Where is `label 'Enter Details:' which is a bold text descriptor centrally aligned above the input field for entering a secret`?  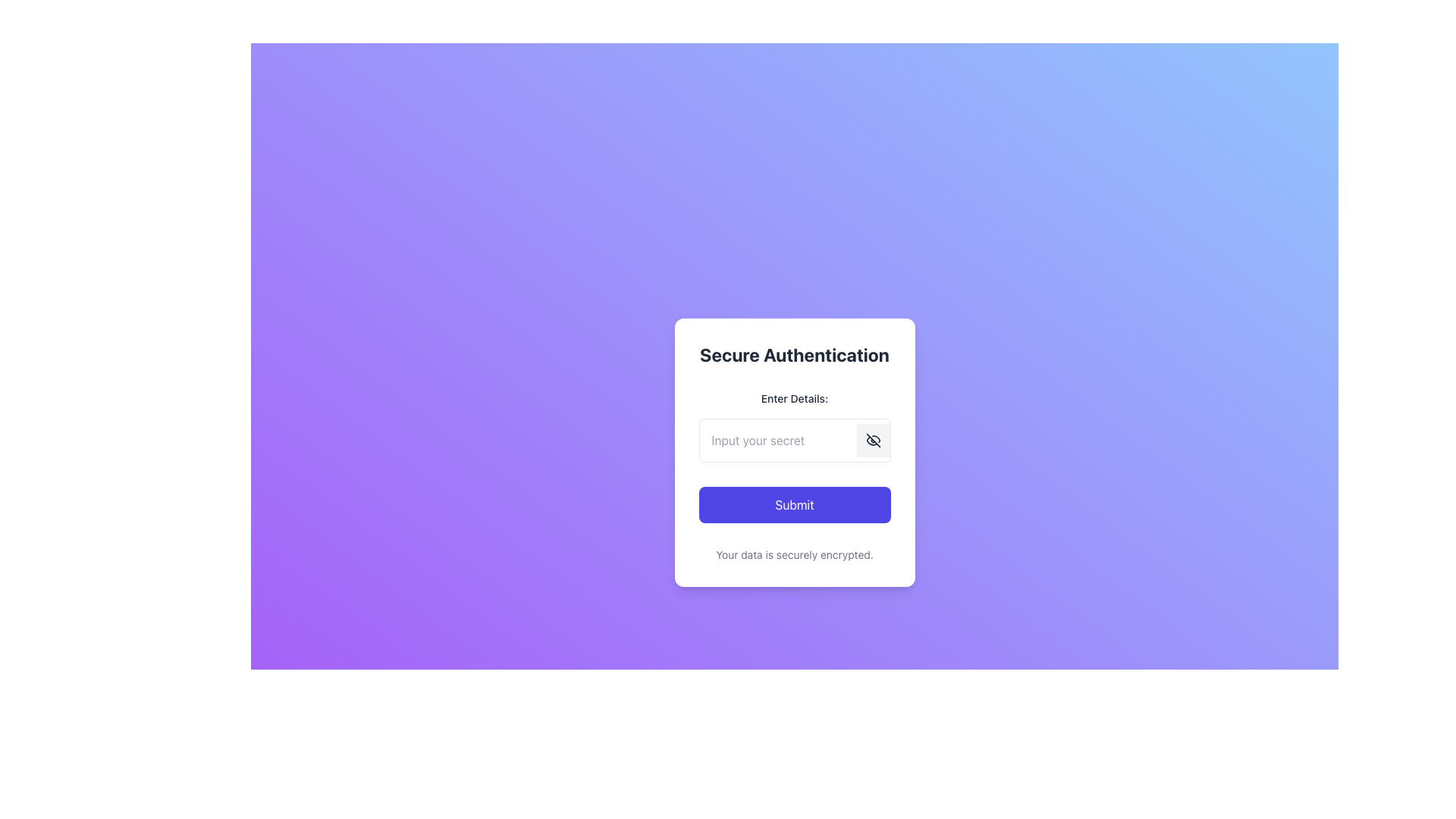 label 'Enter Details:' which is a bold text descriptor centrally aligned above the input field for entering a secret is located at coordinates (793, 397).